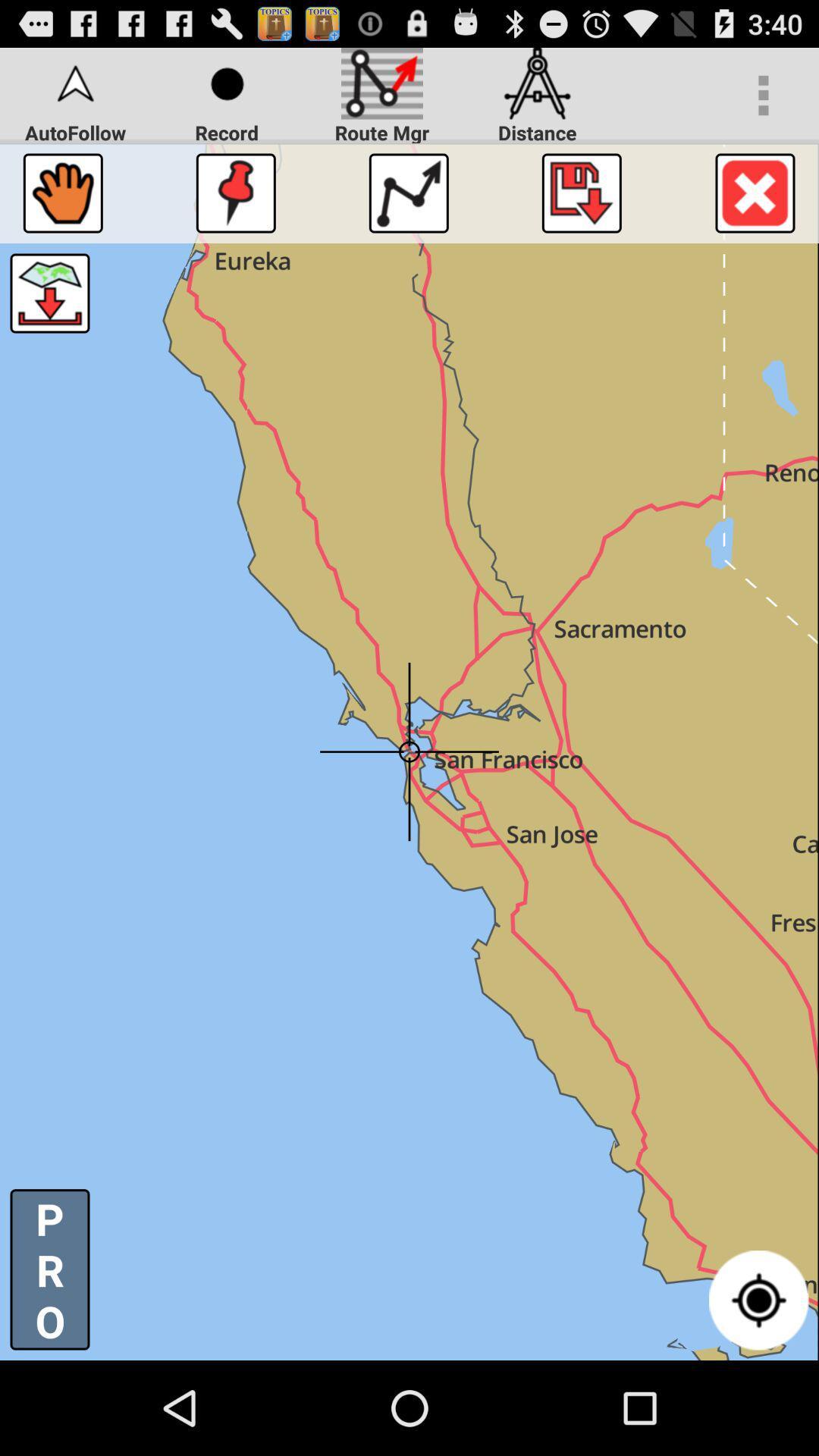  Describe the element at coordinates (49, 1269) in the screenshot. I see `the item at the bottom left corner` at that location.